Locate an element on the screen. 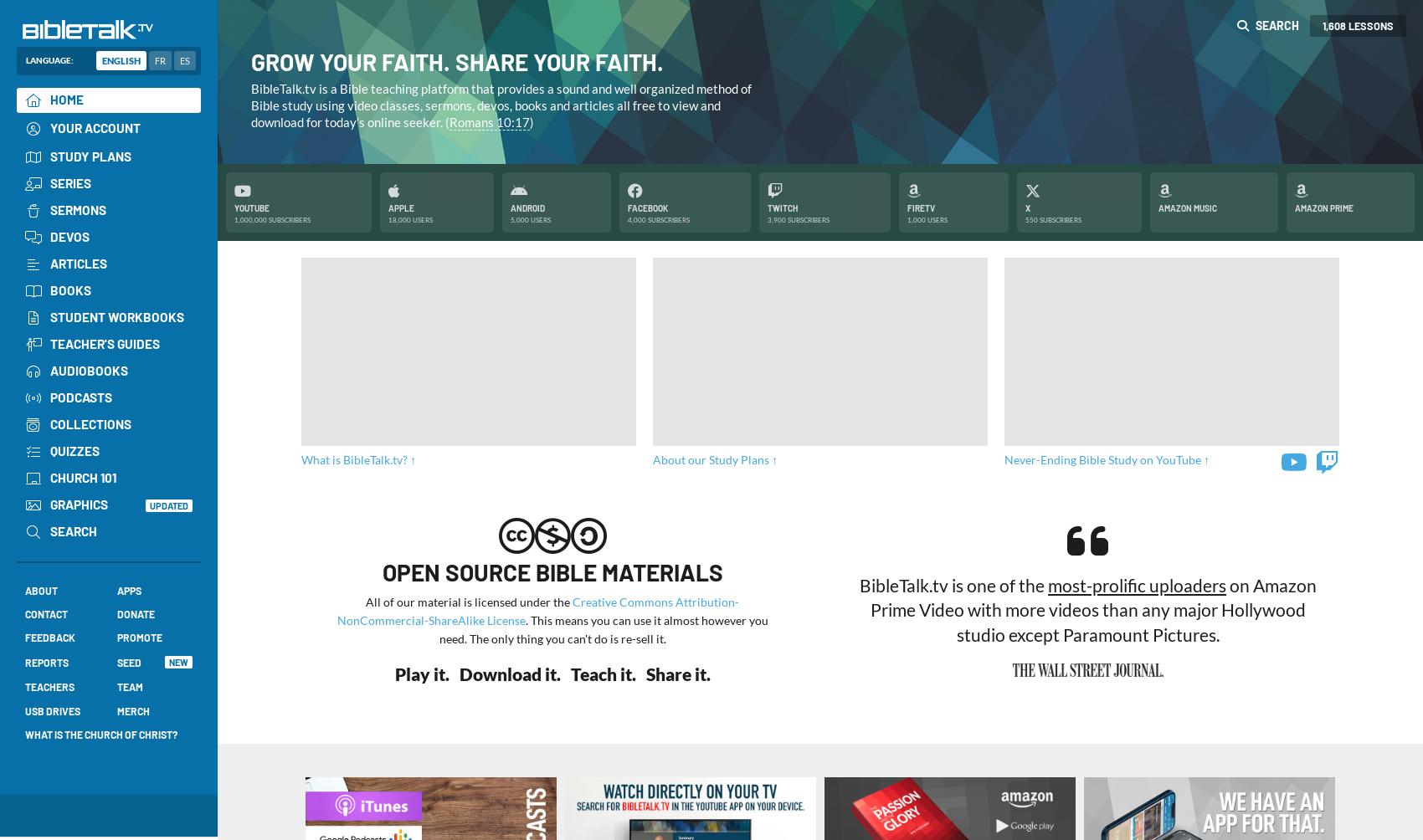  'Teachers' is located at coordinates (49, 686).